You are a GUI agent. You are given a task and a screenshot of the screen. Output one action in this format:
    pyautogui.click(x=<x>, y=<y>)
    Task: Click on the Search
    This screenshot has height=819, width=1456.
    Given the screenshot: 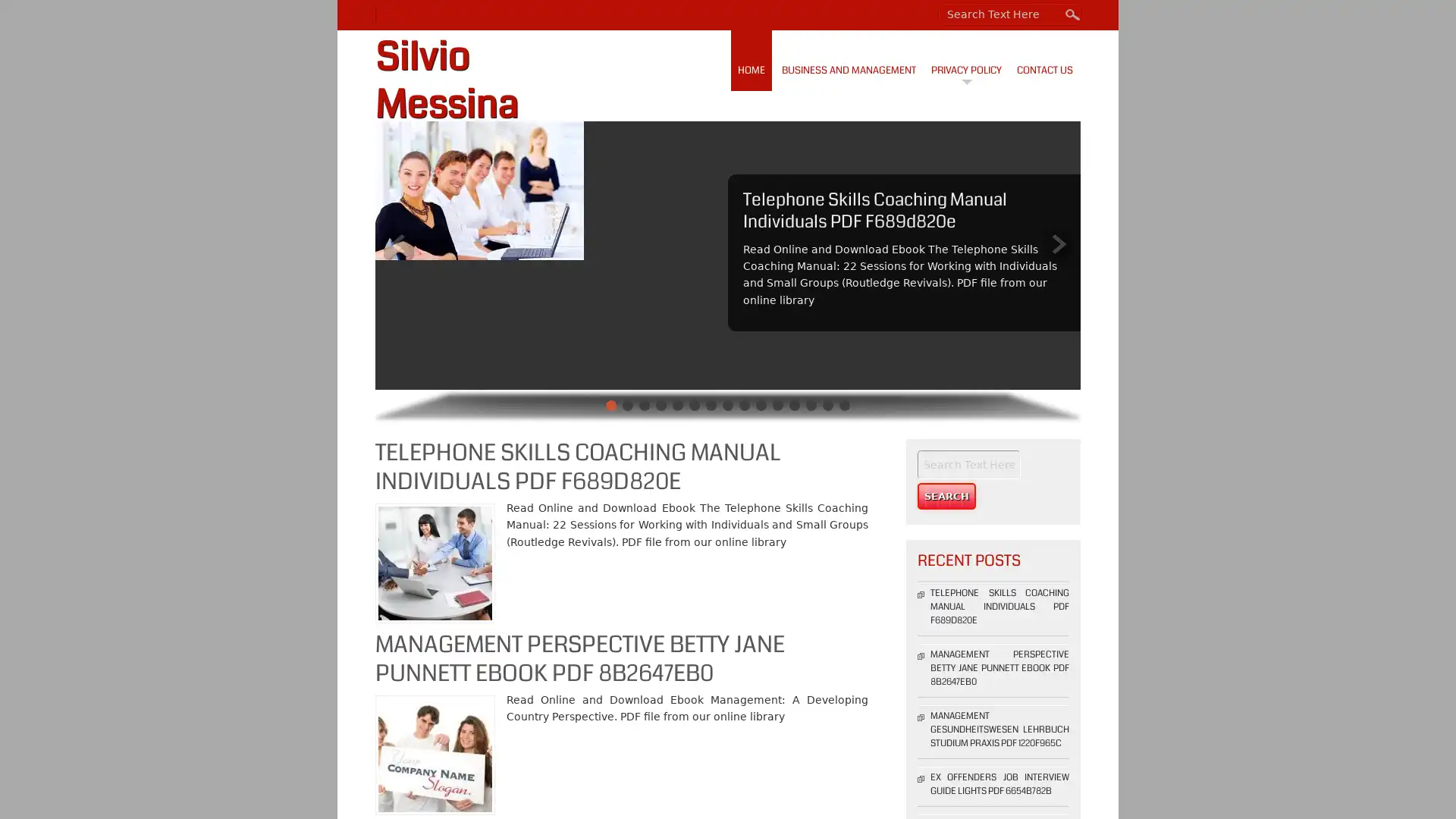 What is the action you would take?
    pyautogui.click(x=946, y=496)
    